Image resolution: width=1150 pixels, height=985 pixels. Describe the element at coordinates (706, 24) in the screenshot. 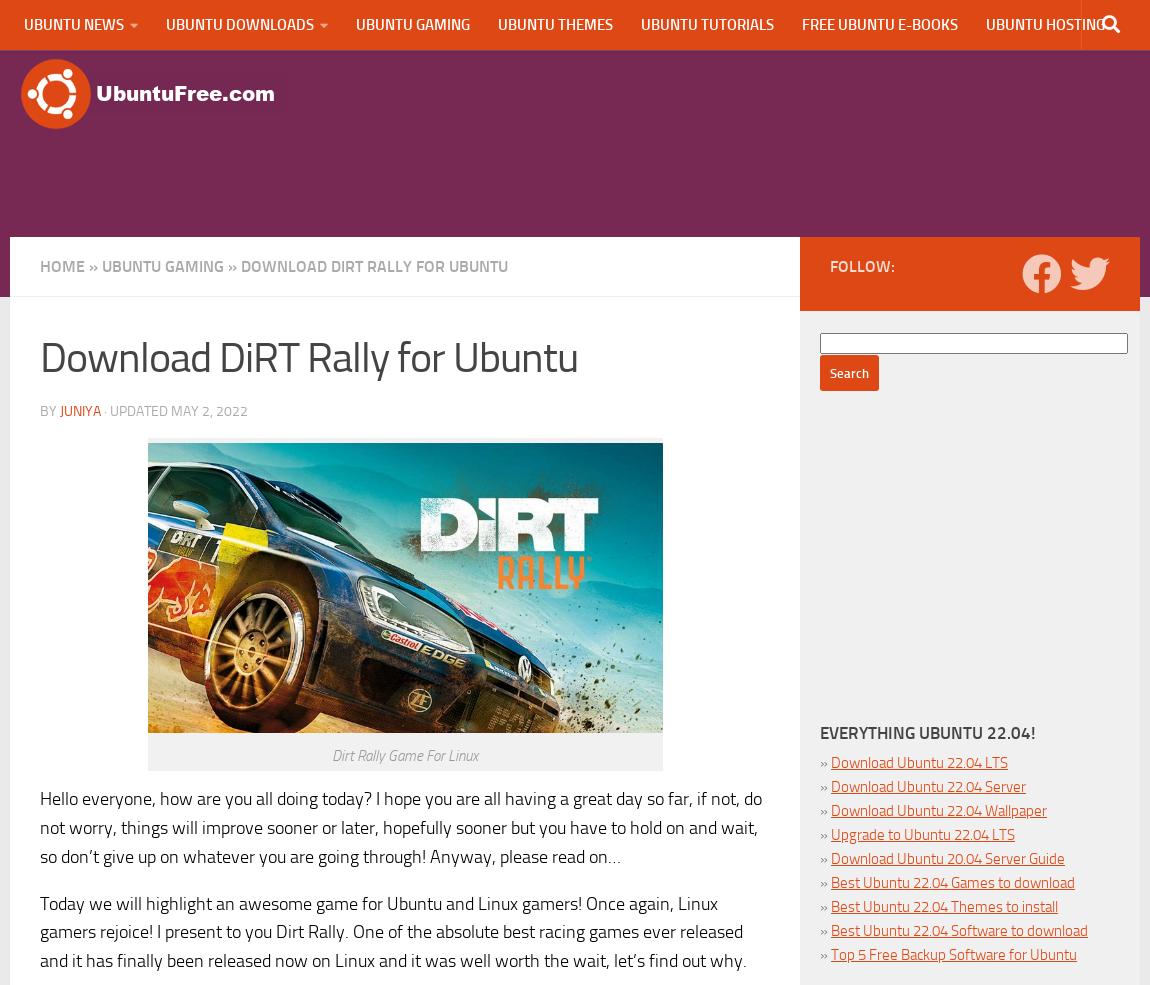

I see `'Ubuntu Tutorials'` at that location.